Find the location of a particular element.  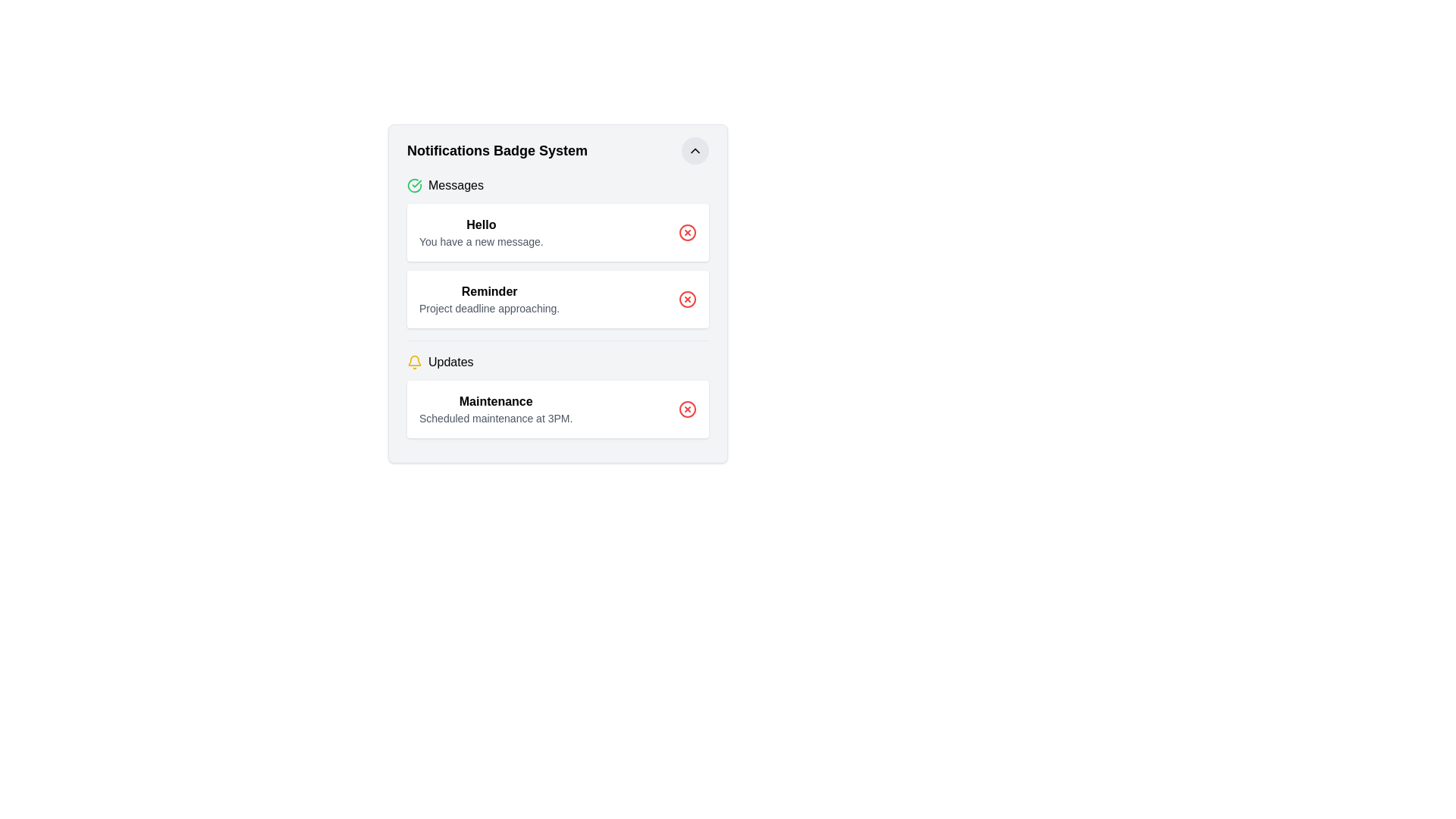

the 'Maintenance' text label, which is bold and black, located at the top of the notification card under the 'Updates' section is located at coordinates (496, 400).